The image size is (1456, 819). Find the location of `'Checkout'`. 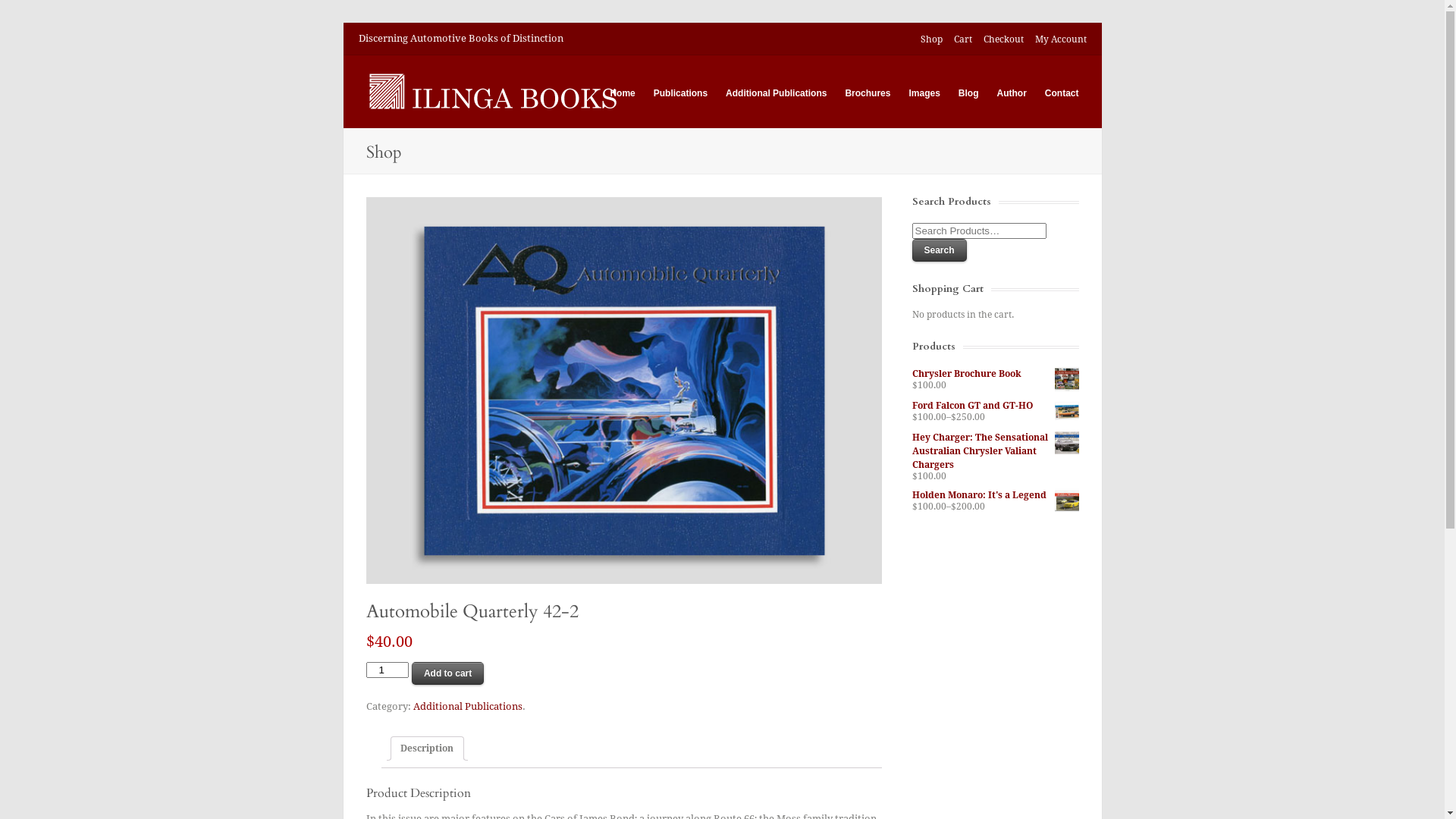

'Checkout' is located at coordinates (1003, 39).